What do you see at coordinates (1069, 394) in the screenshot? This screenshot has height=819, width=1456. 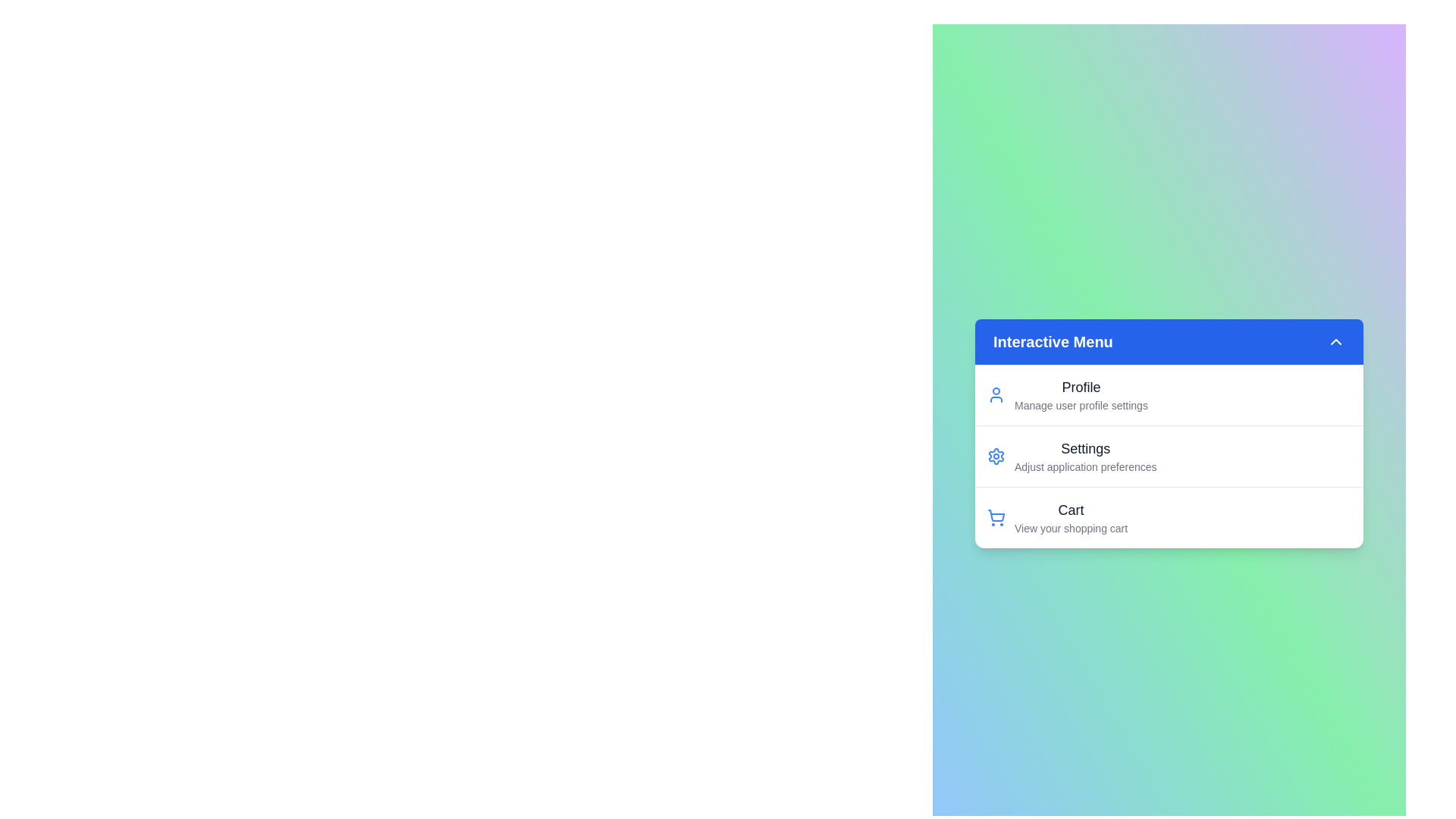 I see `the menu option Profile` at bounding box center [1069, 394].